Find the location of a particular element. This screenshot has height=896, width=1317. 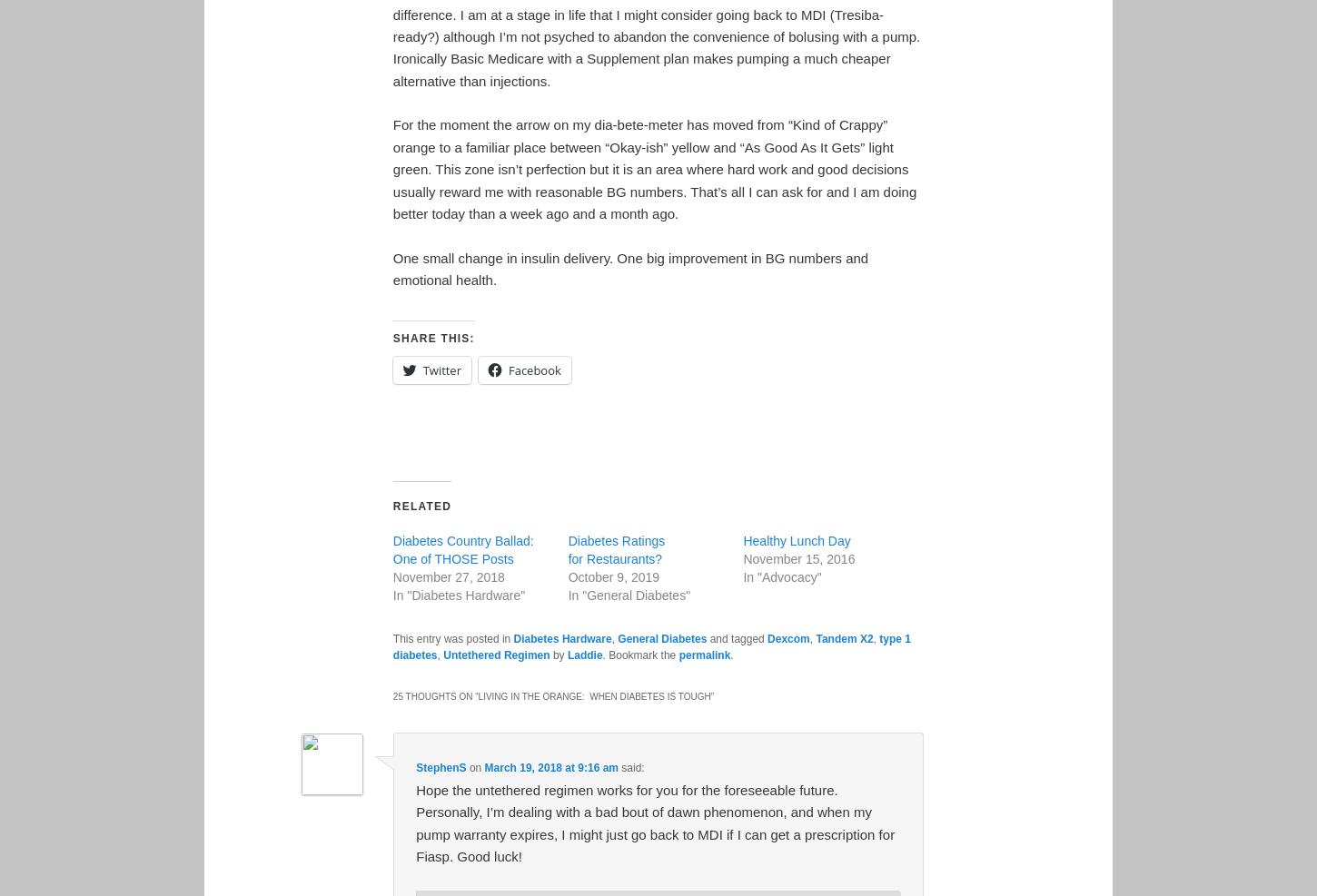

'One small change in insulin delivery. One big improvement in BG numbers and emotional health.' is located at coordinates (629, 268).